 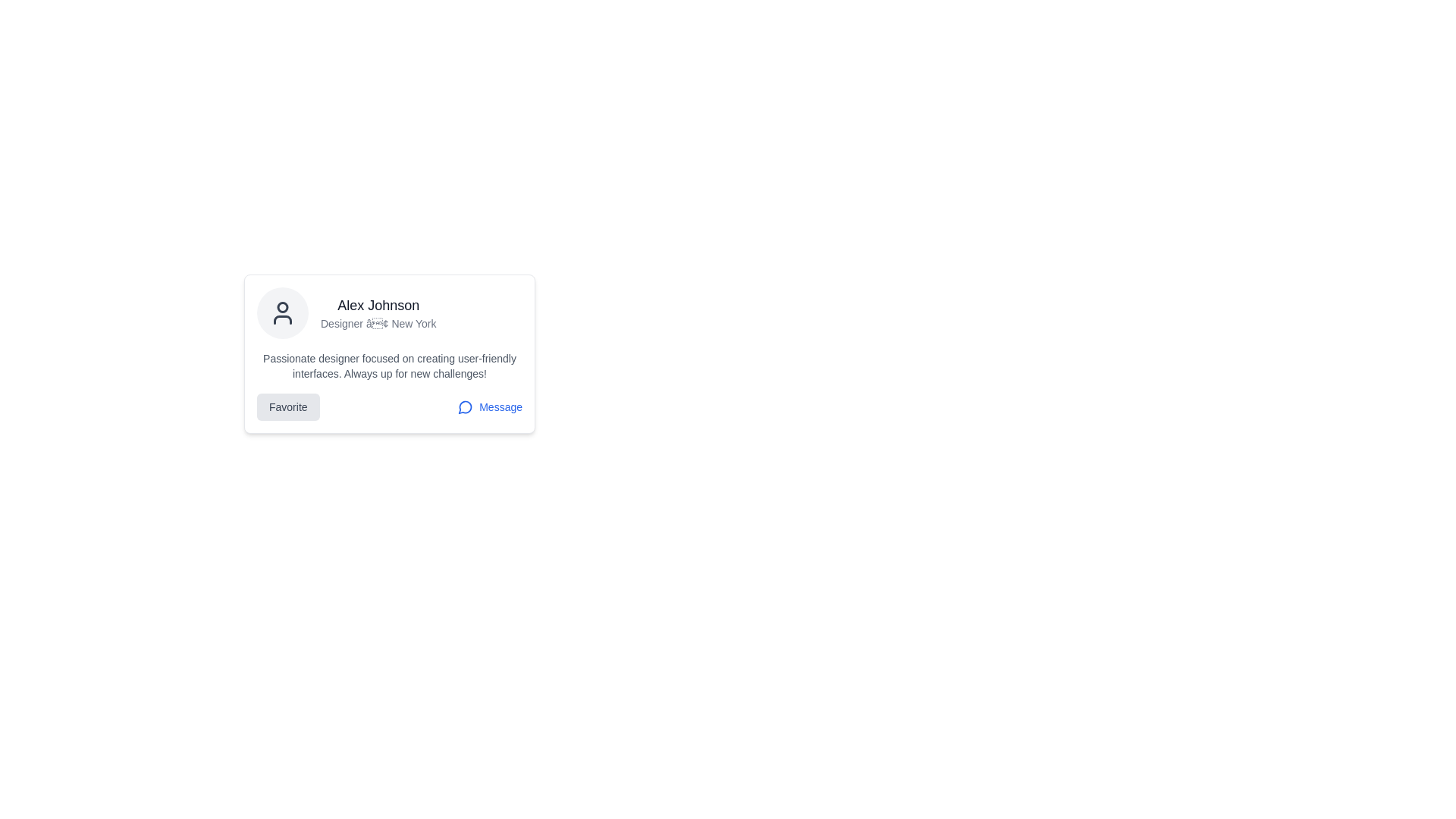 I want to click on the 'Message' link in the horizontal layout that combines a 'Favorite' button and a 'Message' link, located at the bottom section of the card interface, so click(x=389, y=406).